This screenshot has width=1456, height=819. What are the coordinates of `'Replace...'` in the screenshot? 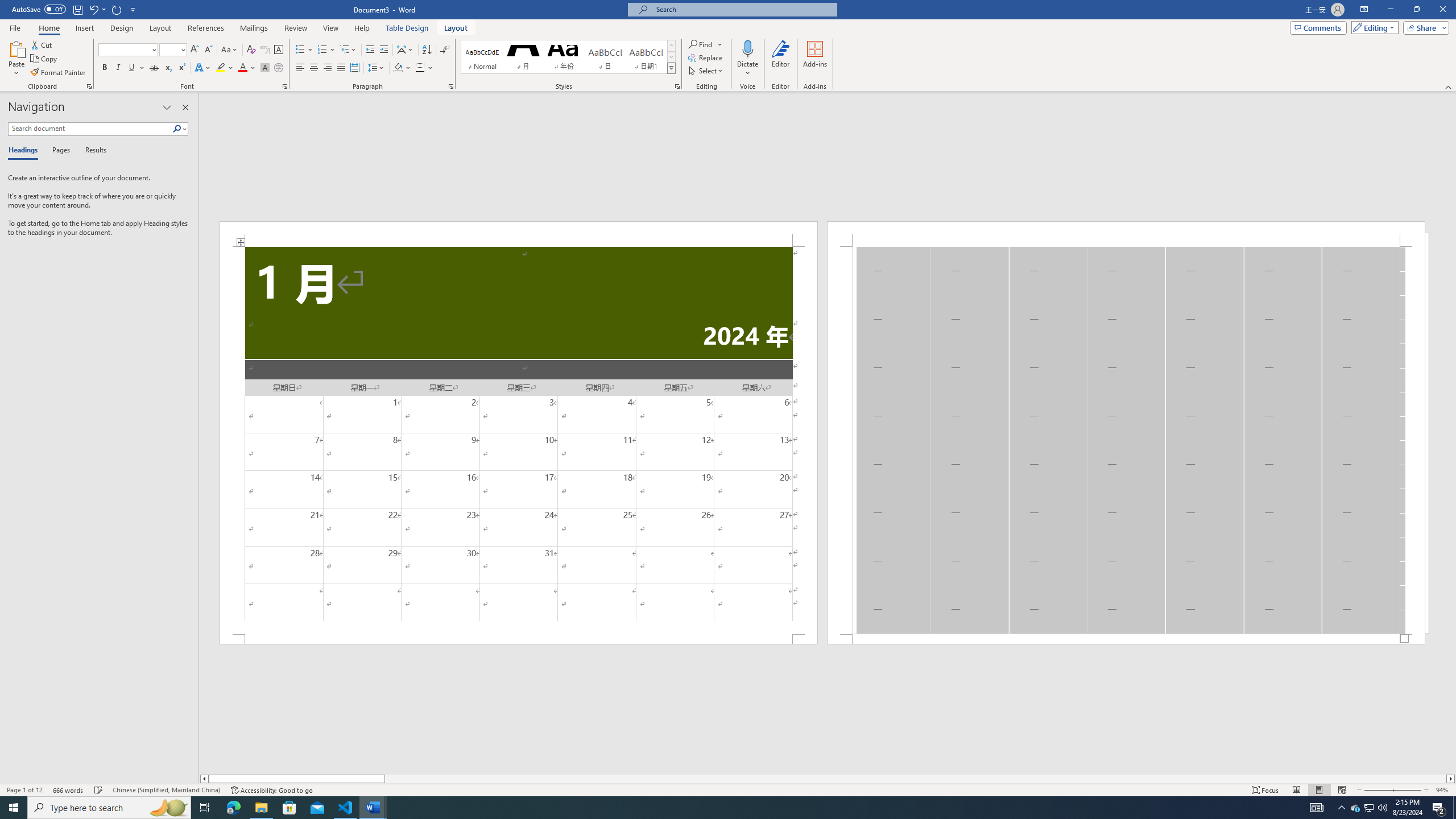 It's located at (705, 56).